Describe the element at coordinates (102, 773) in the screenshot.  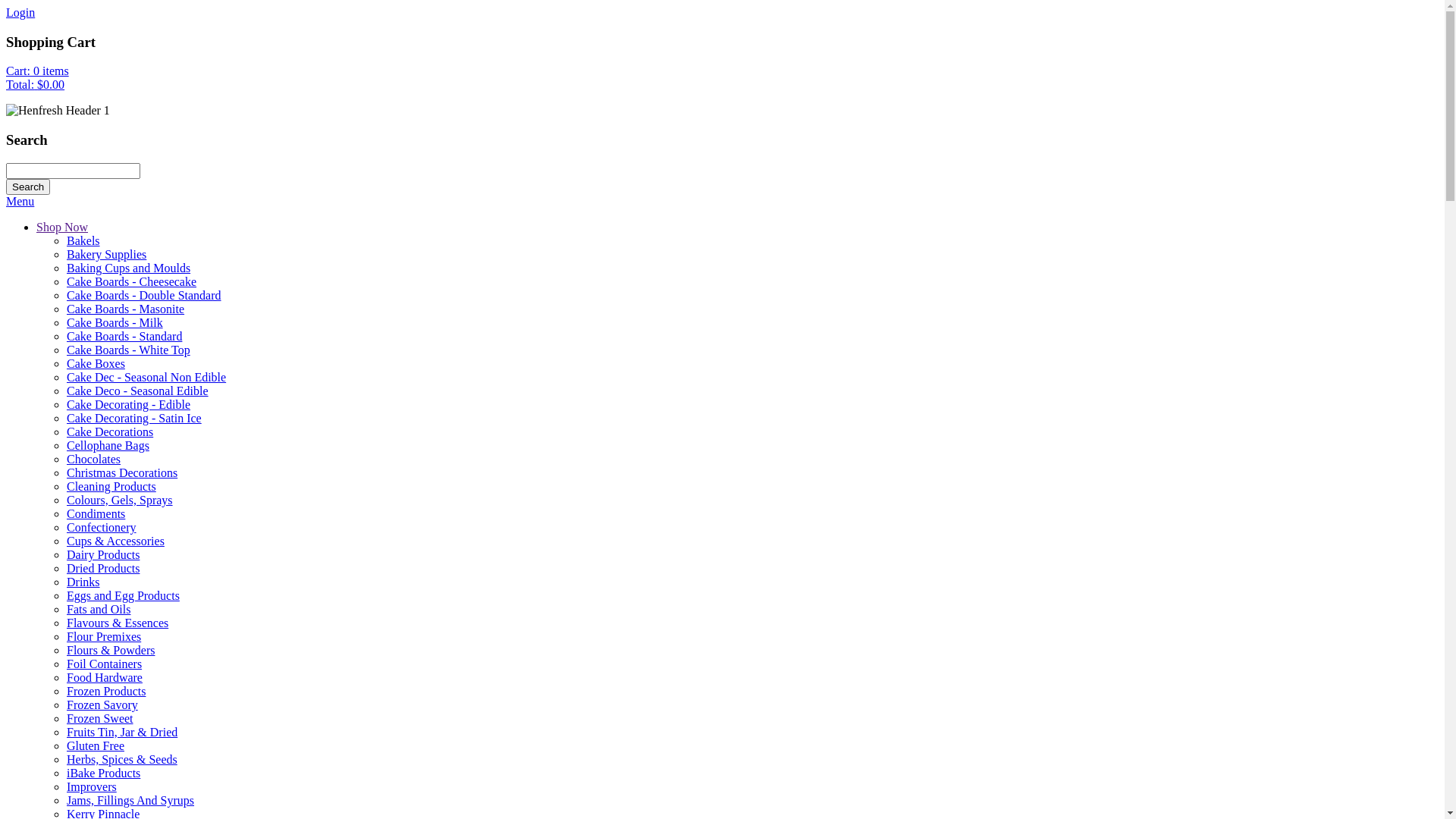
I see `'iBake Products'` at that location.